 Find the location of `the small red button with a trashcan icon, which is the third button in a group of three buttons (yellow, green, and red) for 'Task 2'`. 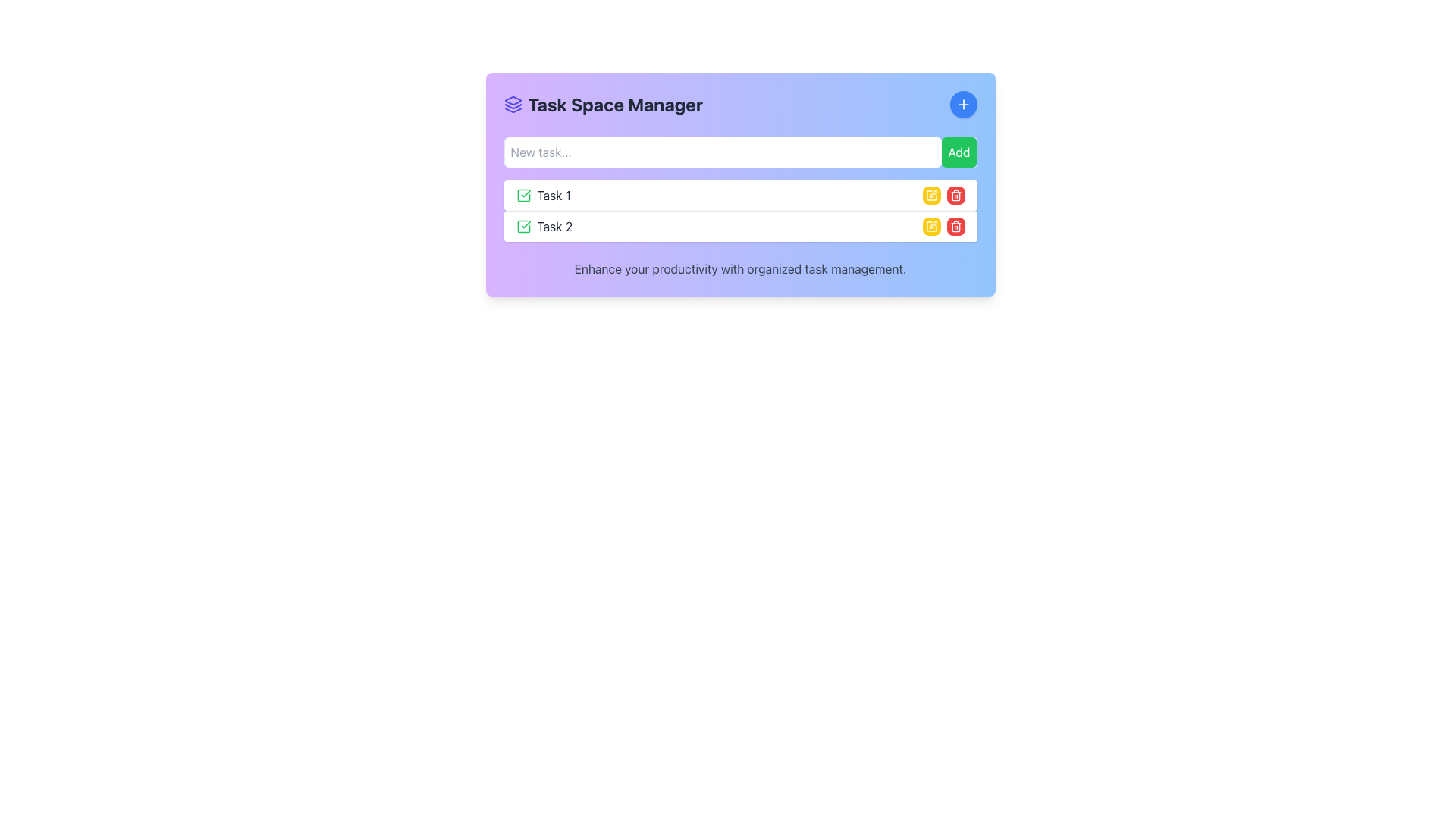

the small red button with a trashcan icon, which is the third button in a group of three buttons (yellow, green, and red) for 'Task 2' is located at coordinates (955, 195).